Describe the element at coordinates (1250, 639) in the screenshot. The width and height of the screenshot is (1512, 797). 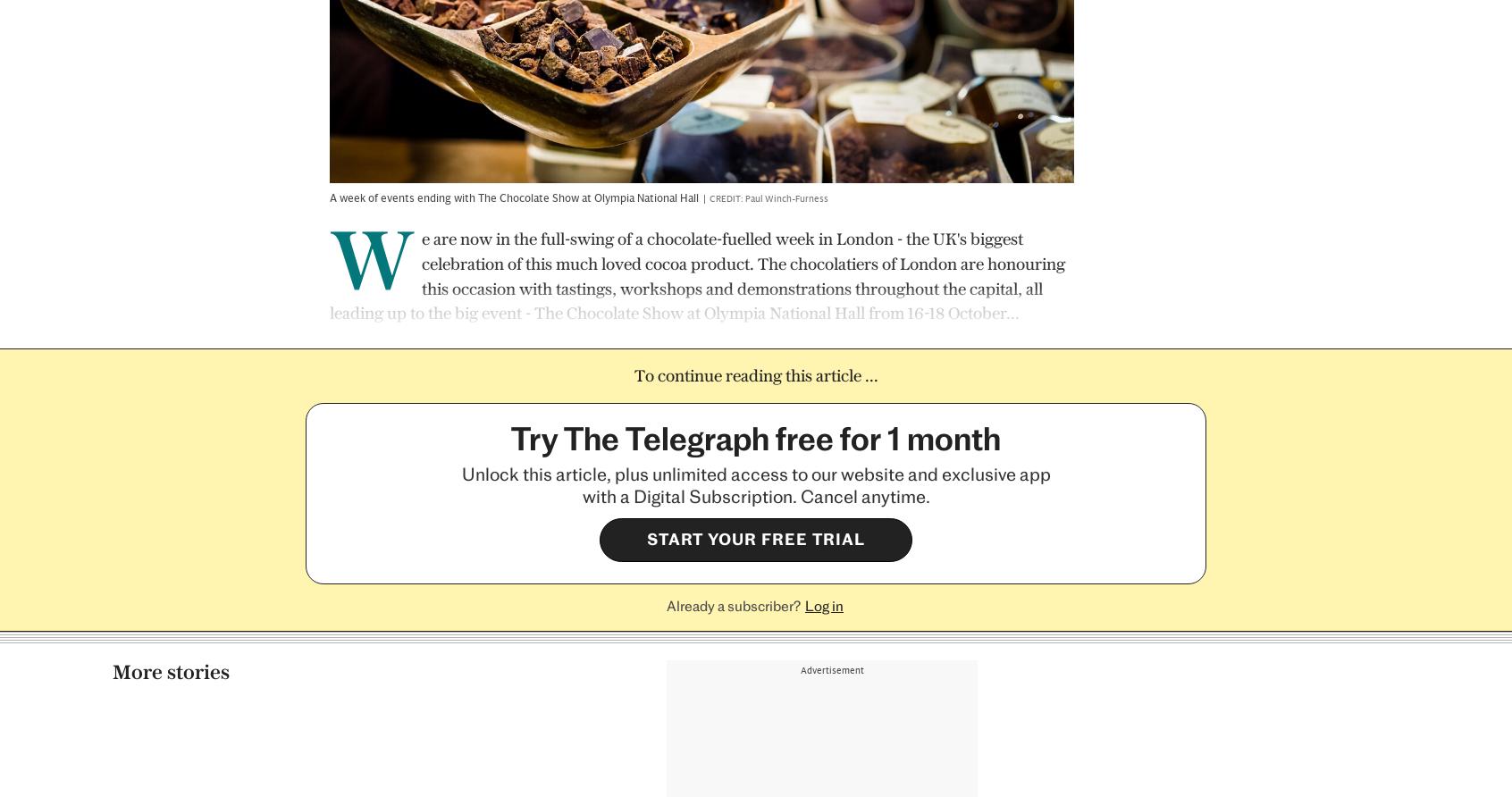
I see `'Xanthe Clay'` at that location.